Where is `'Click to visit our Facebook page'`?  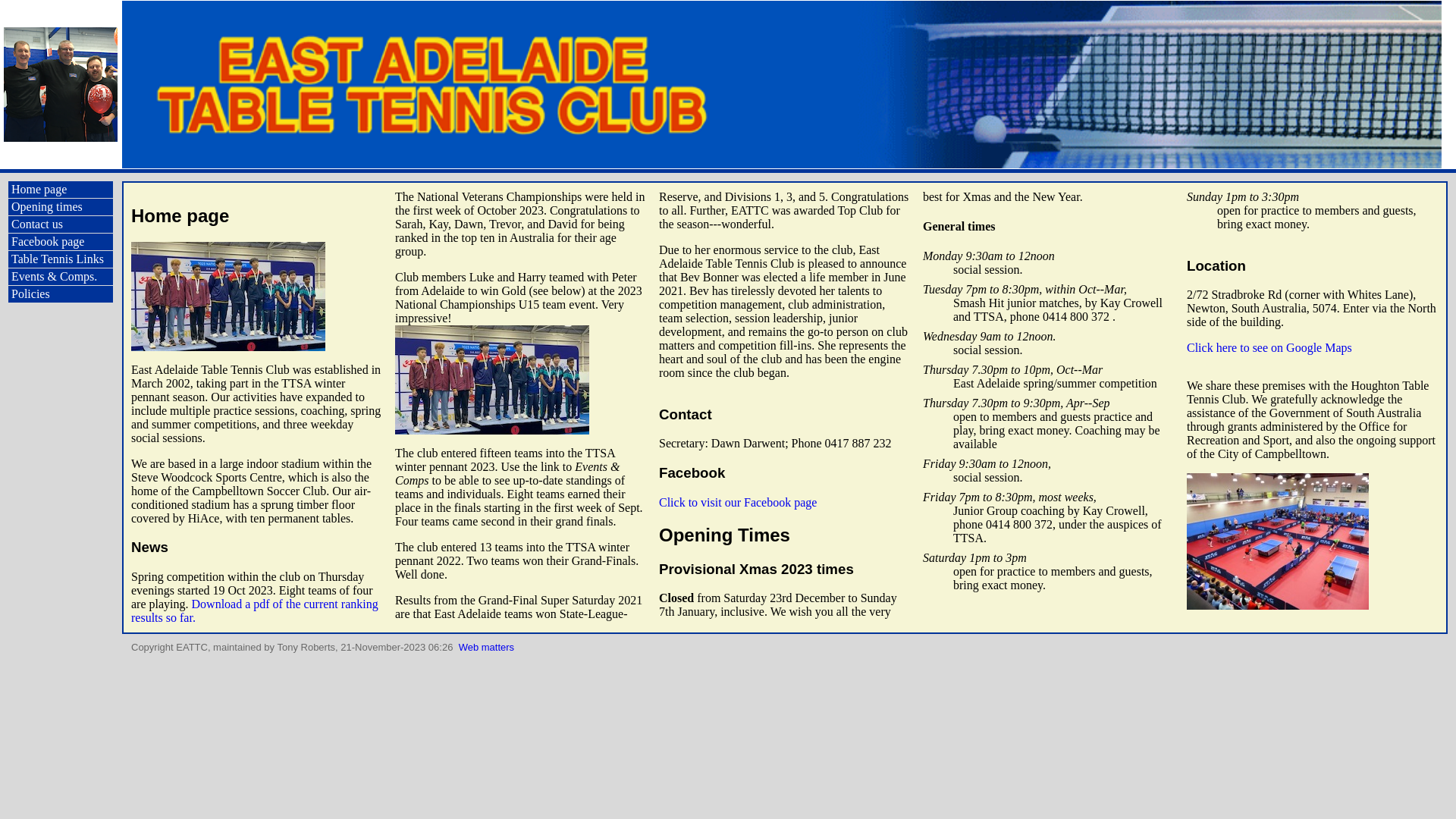
'Click to visit our Facebook page' is located at coordinates (738, 502).